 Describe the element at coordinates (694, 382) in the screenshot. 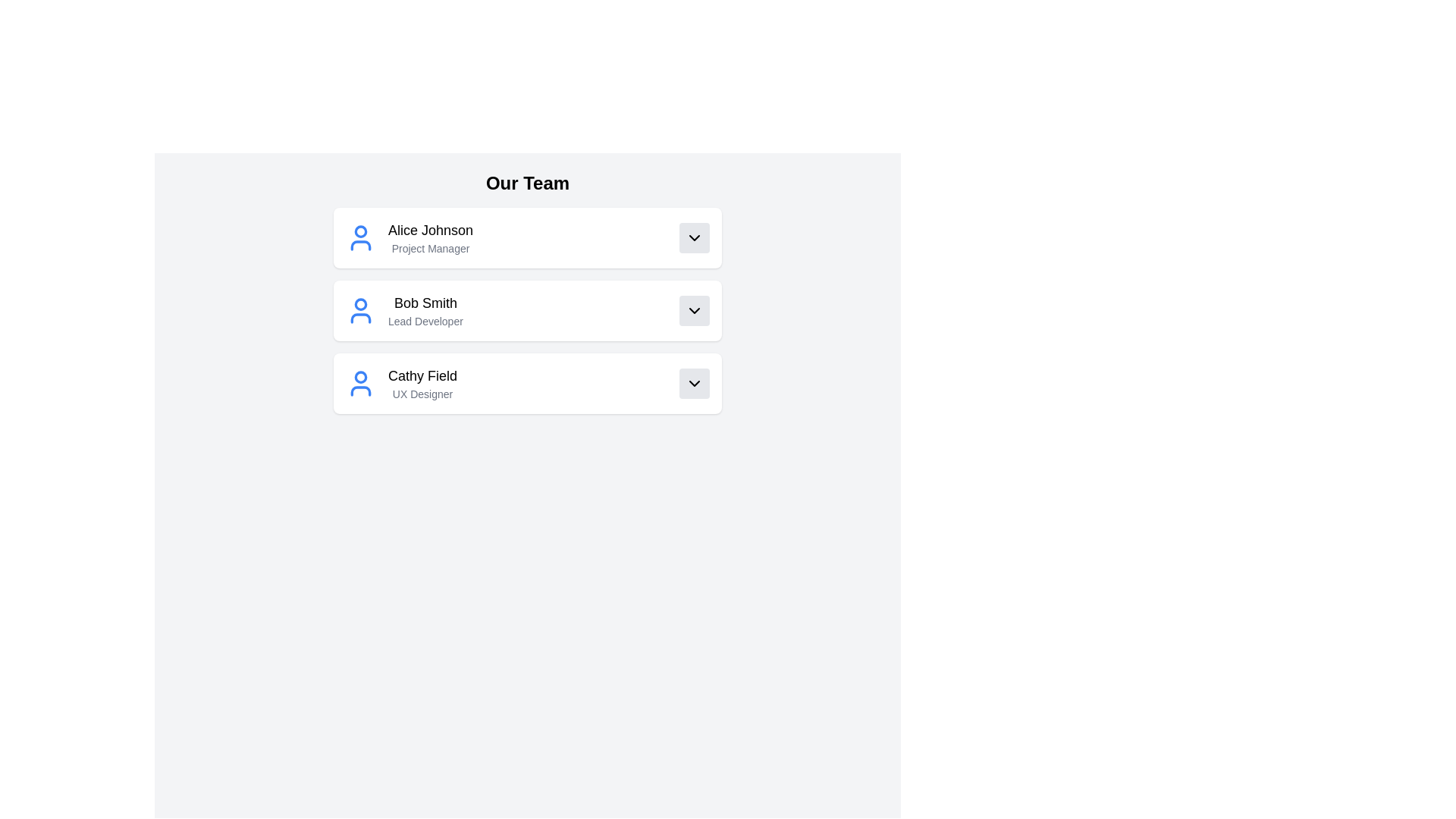

I see `the inverted chevron icon within the button on the far right of the row labeled 'Cathy Field UX Designer'` at that location.